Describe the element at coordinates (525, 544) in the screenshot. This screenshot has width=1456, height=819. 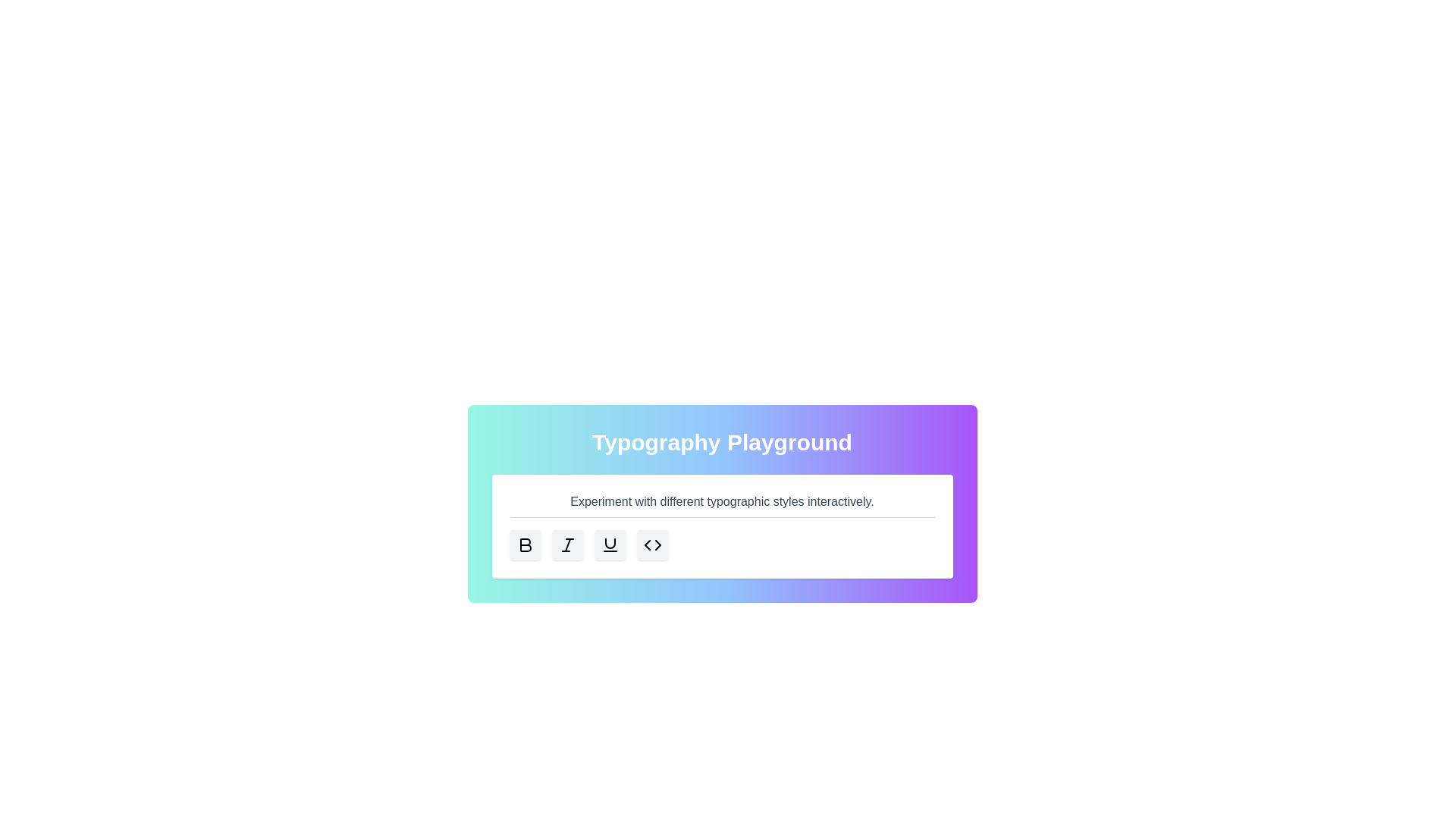
I see `the bold styling tool icon, which resembles the letter 'B' in bold style, located in the leftmost position of the toolbar beneath the 'Experiment with different typographic styles interactively' label to trigger hover effects` at that location.